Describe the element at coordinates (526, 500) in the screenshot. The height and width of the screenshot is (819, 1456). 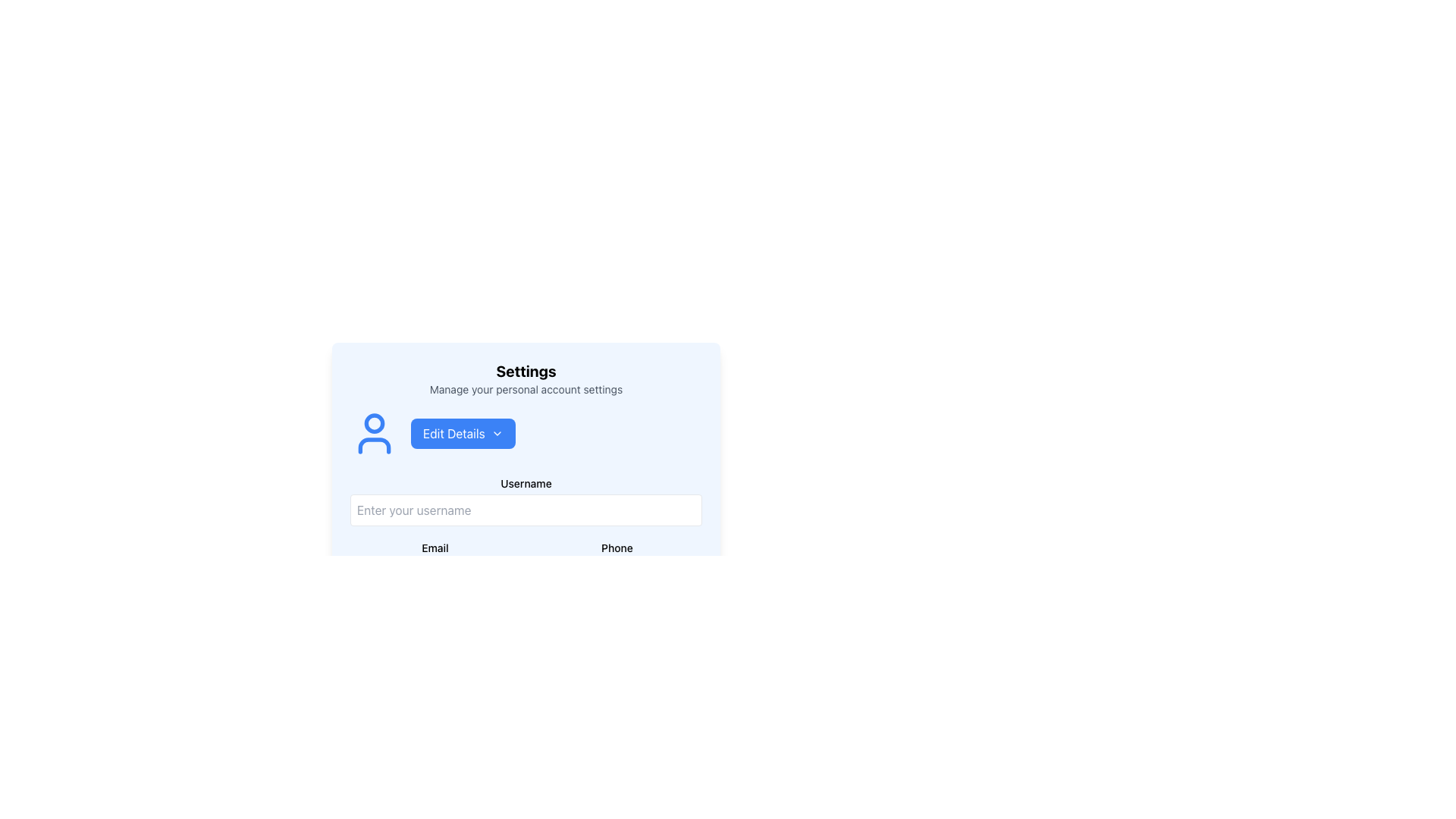
I see `the 'Username' text input field using keyboard tab navigation` at that location.